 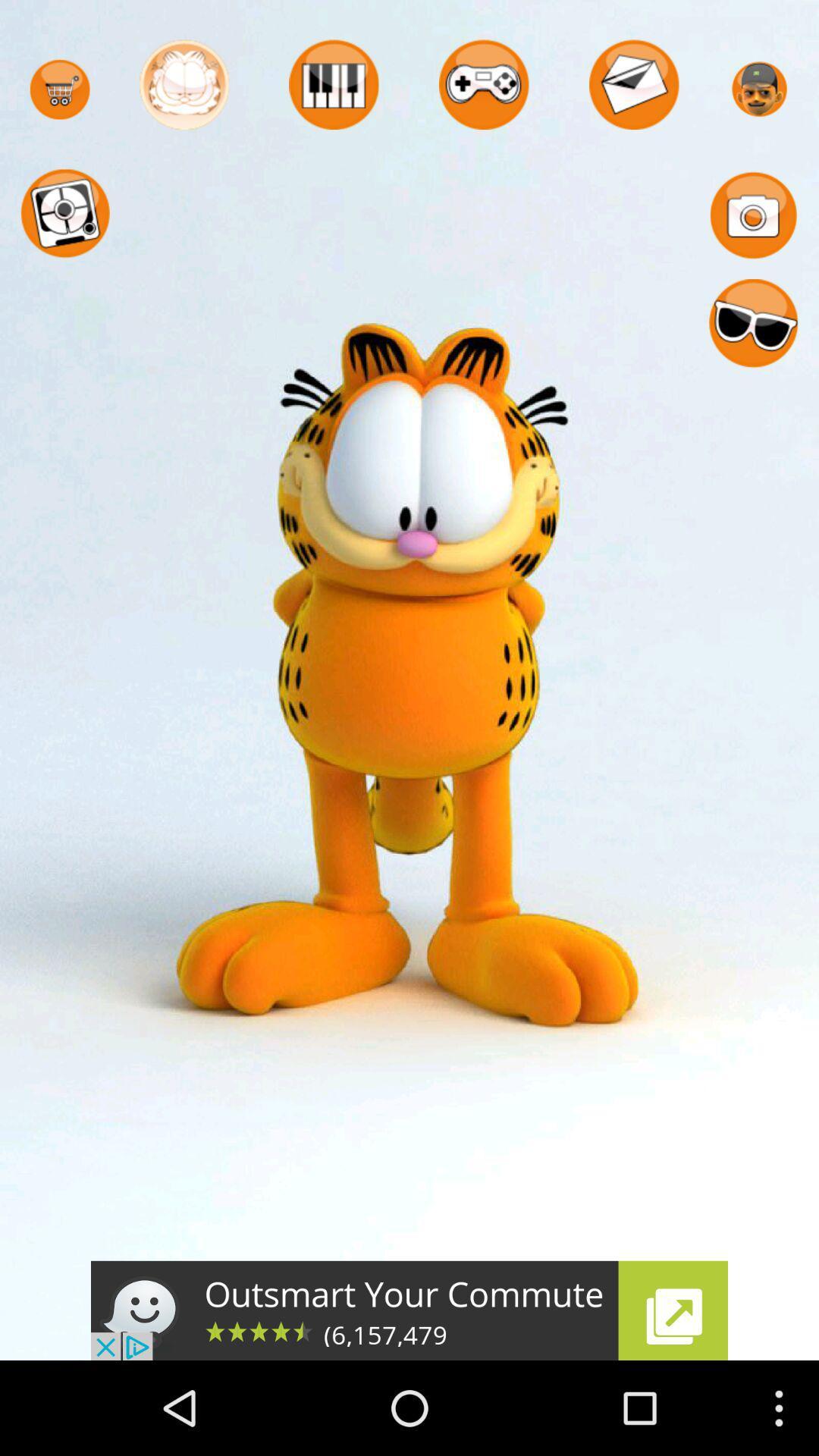 I want to click on the delete icon, so click(x=333, y=89).